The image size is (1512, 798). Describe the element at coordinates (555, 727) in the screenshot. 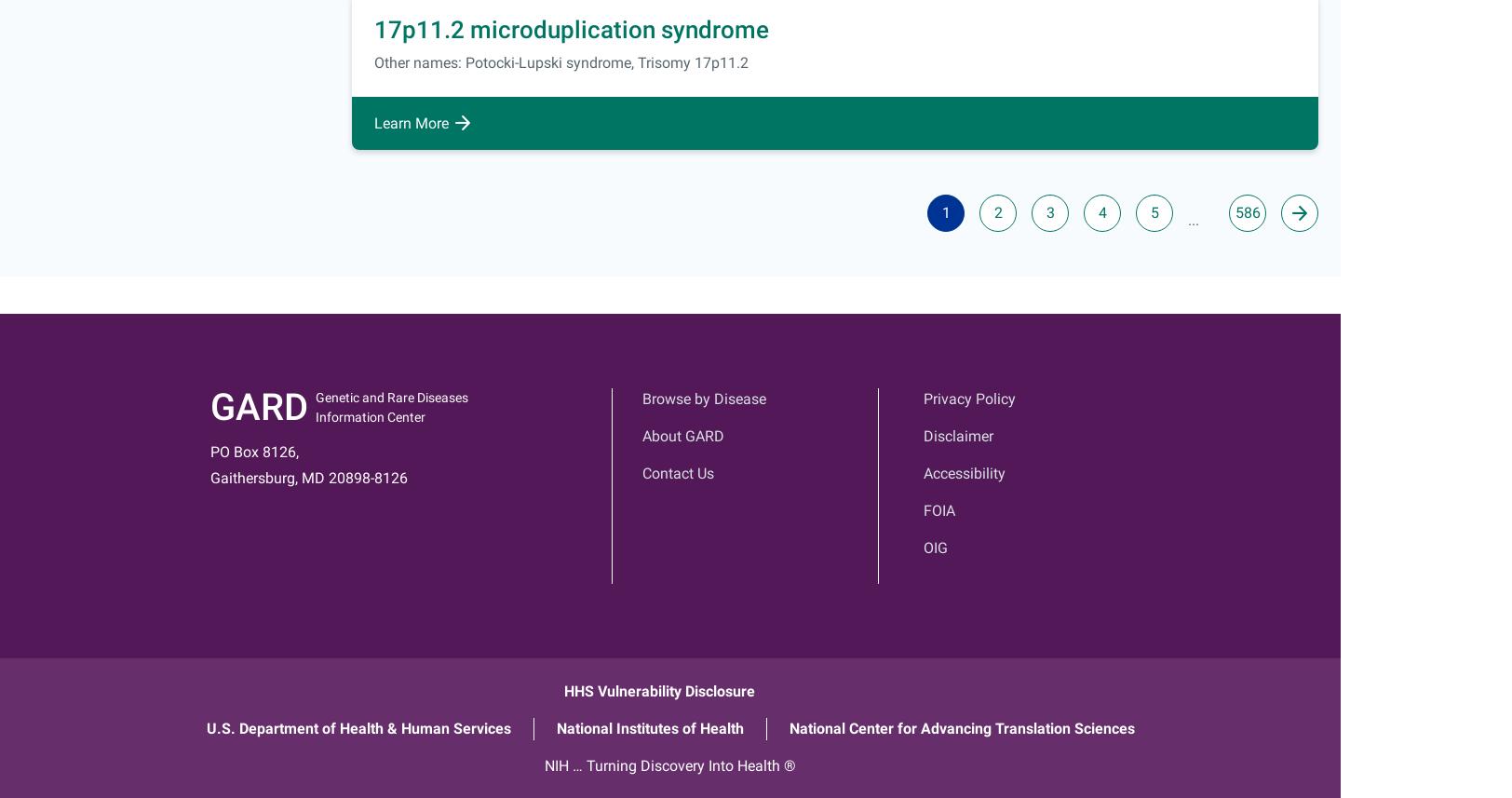

I see `'National Institutes of Health'` at that location.